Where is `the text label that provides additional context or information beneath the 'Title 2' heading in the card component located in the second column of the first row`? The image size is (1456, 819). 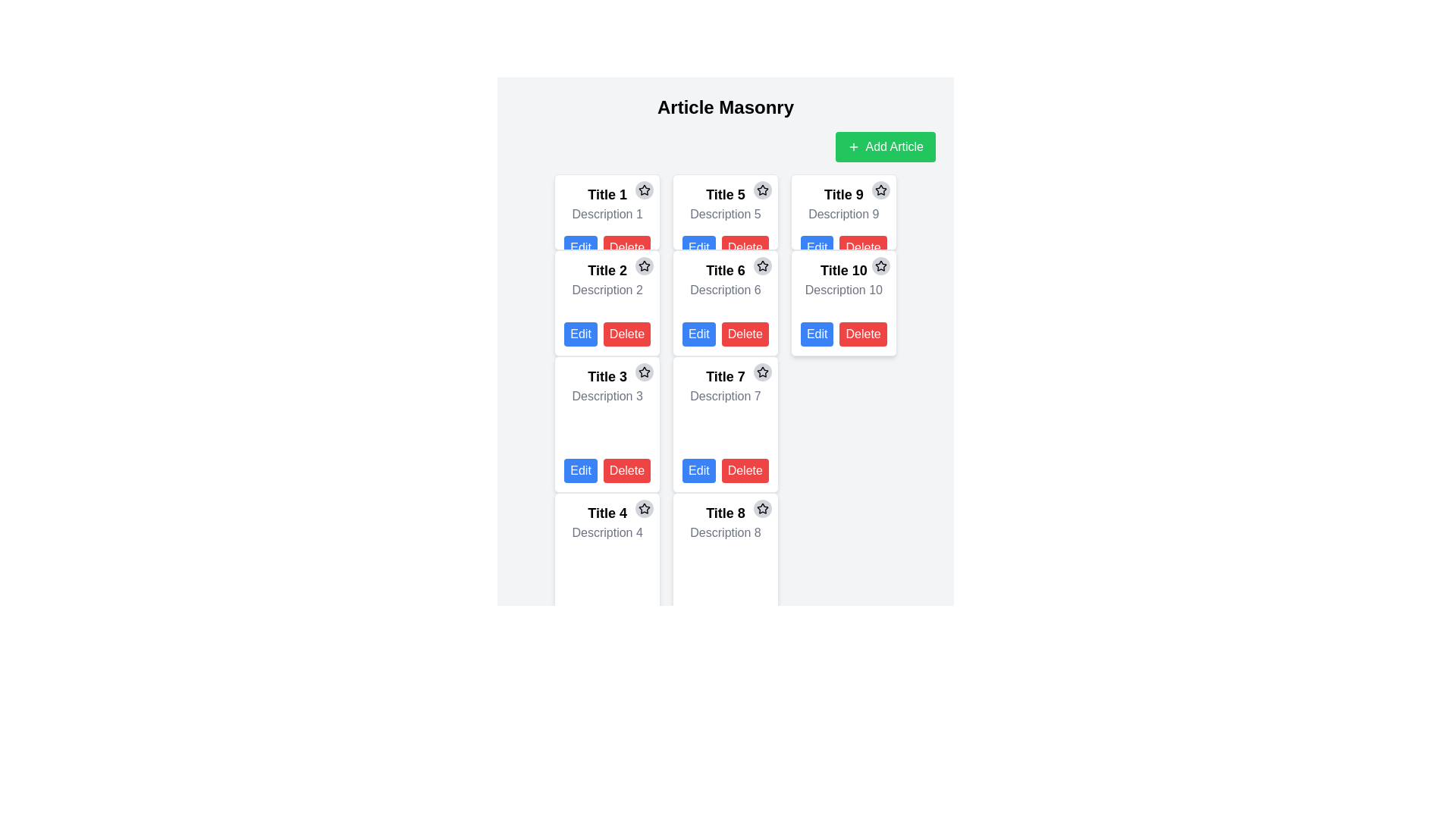
the text label that provides additional context or information beneath the 'Title 2' heading in the card component located in the second column of the first row is located at coordinates (607, 295).